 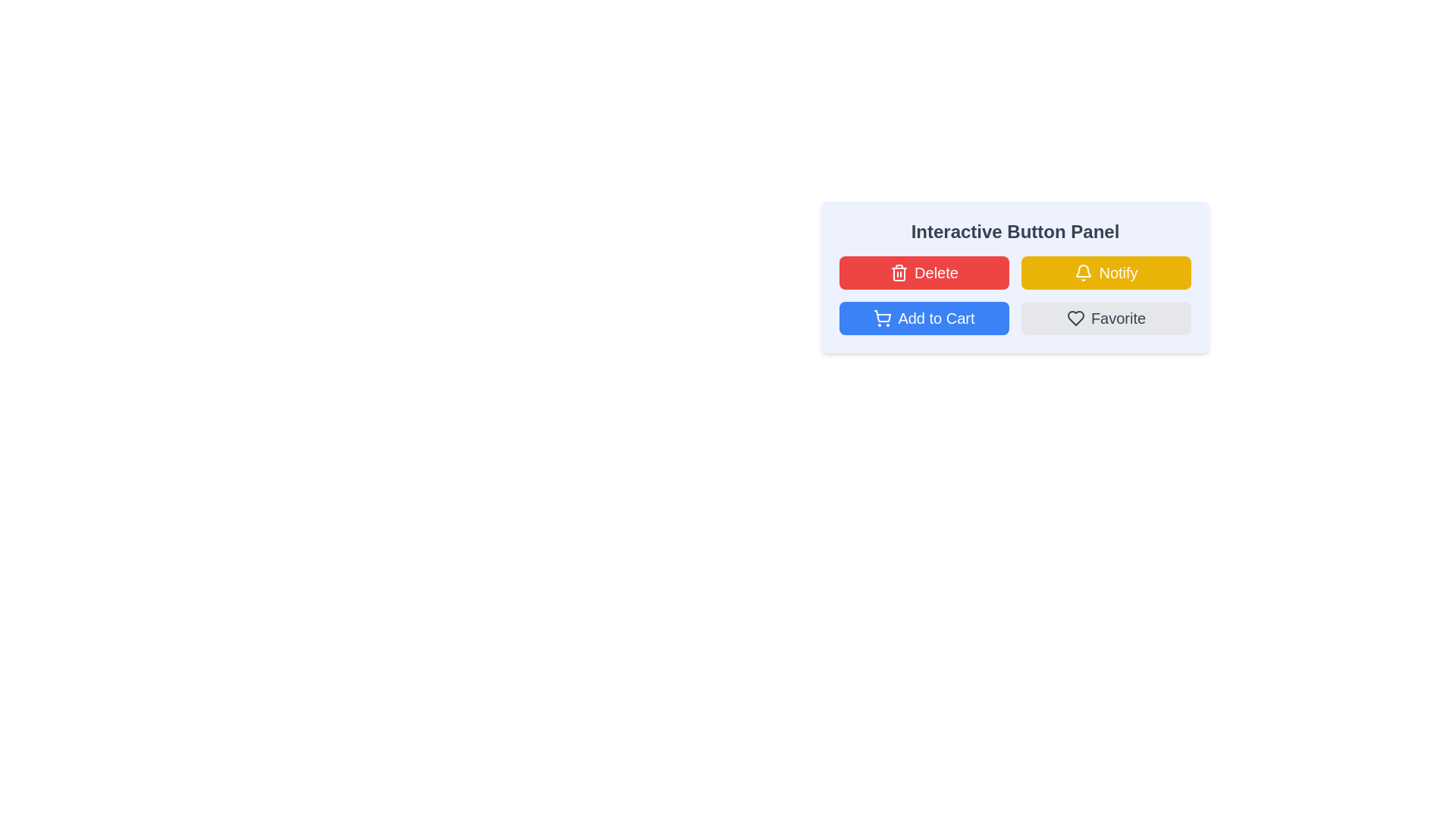 I want to click on the text label for the 'Favorite' button, which is positioned to the right of a heart icon in a horizontal button group, so click(x=1118, y=318).